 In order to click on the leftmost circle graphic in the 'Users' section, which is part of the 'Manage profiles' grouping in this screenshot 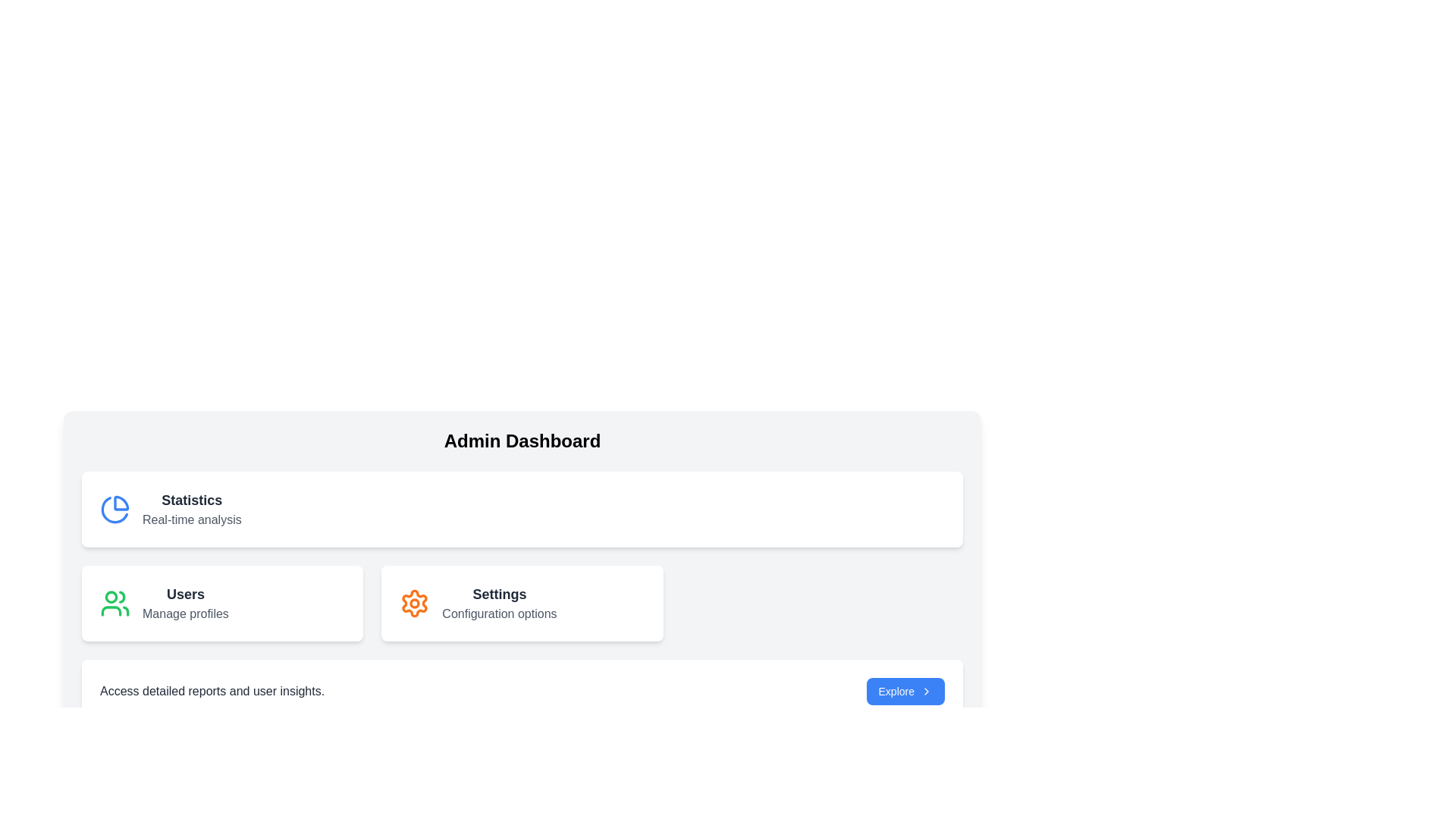, I will do `click(111, 595)`.